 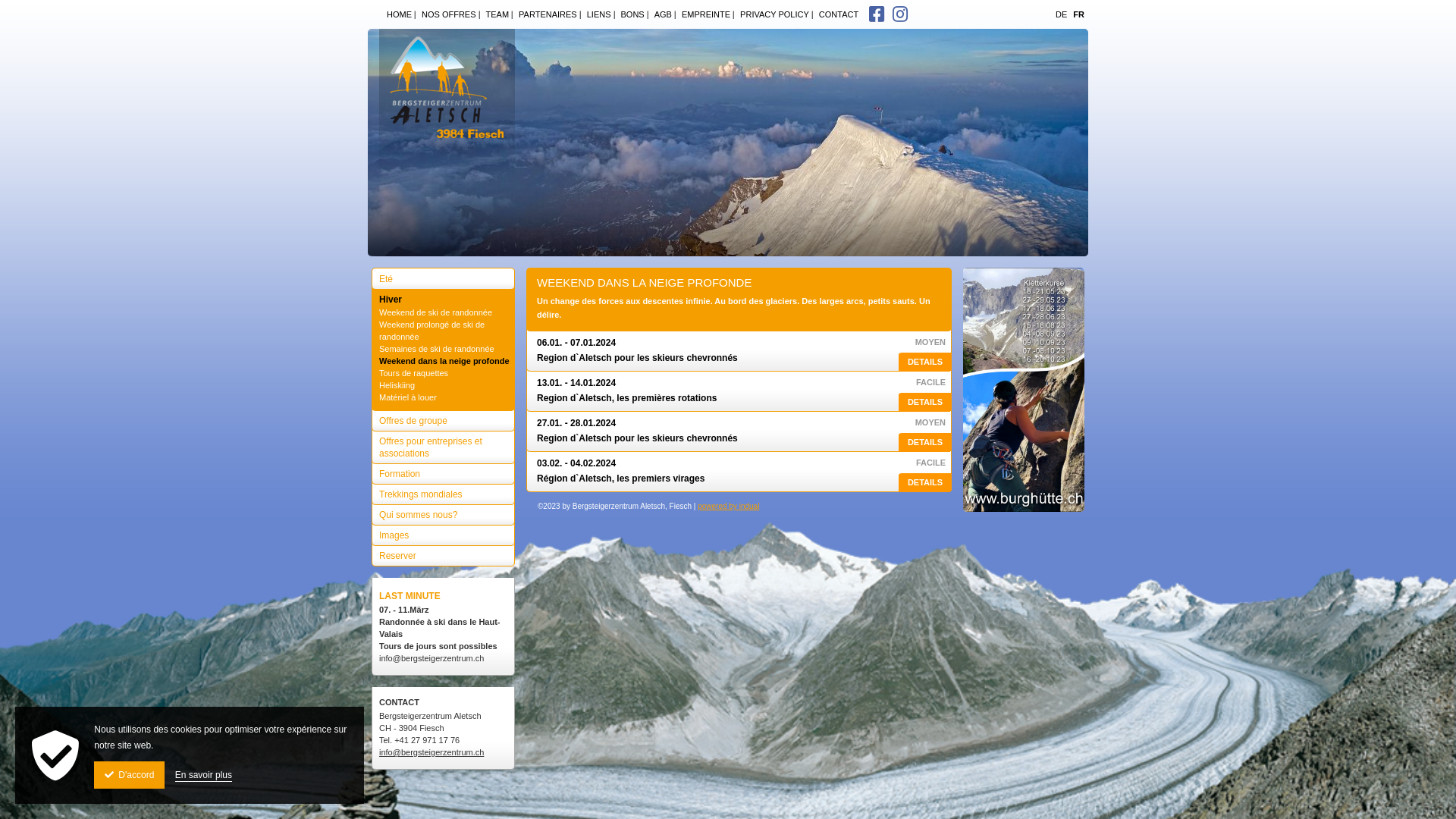 I want to click on 'PRIVACY POLICY', so click(x=771, y=14).